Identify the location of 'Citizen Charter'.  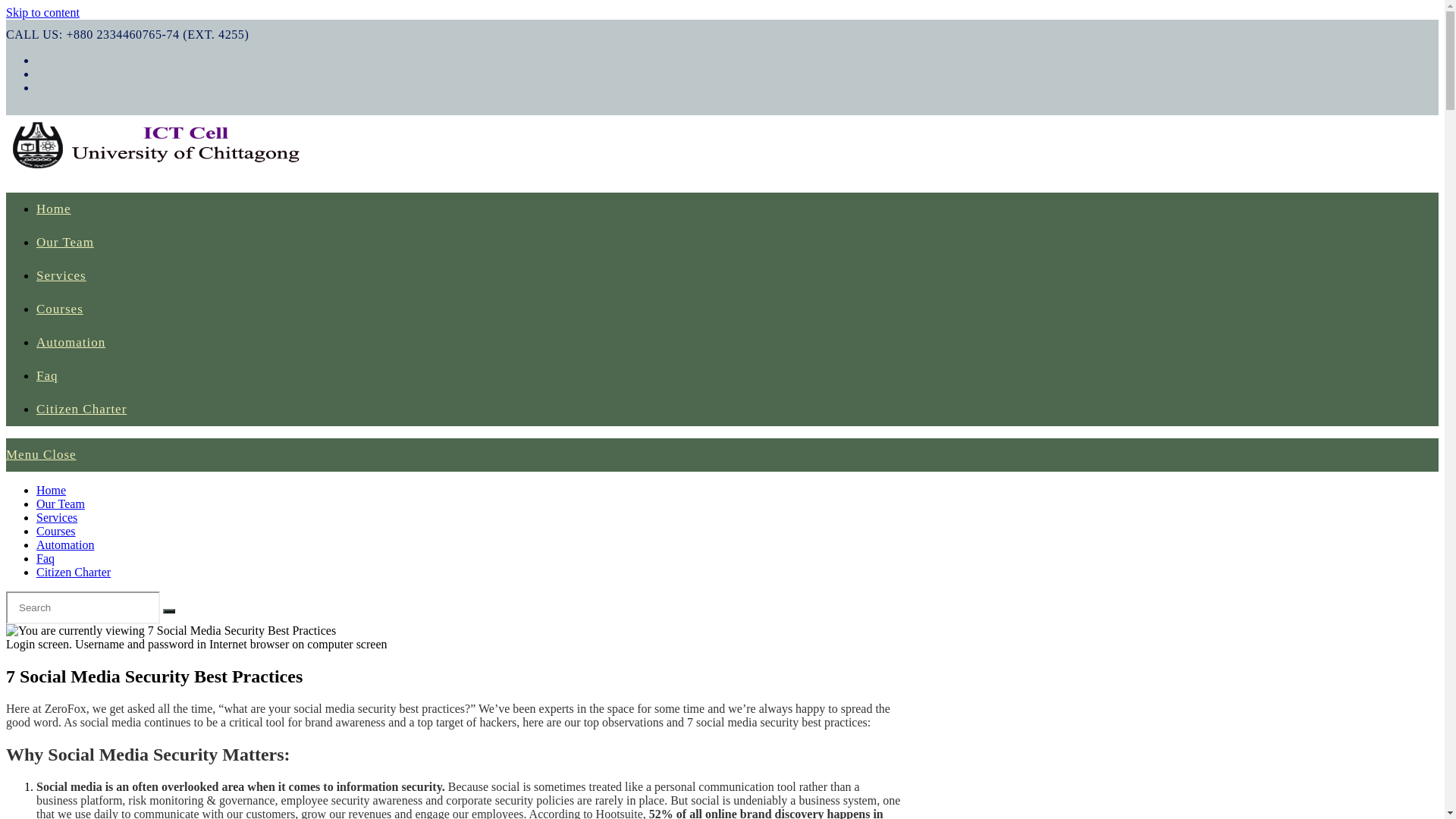
(72, 572).